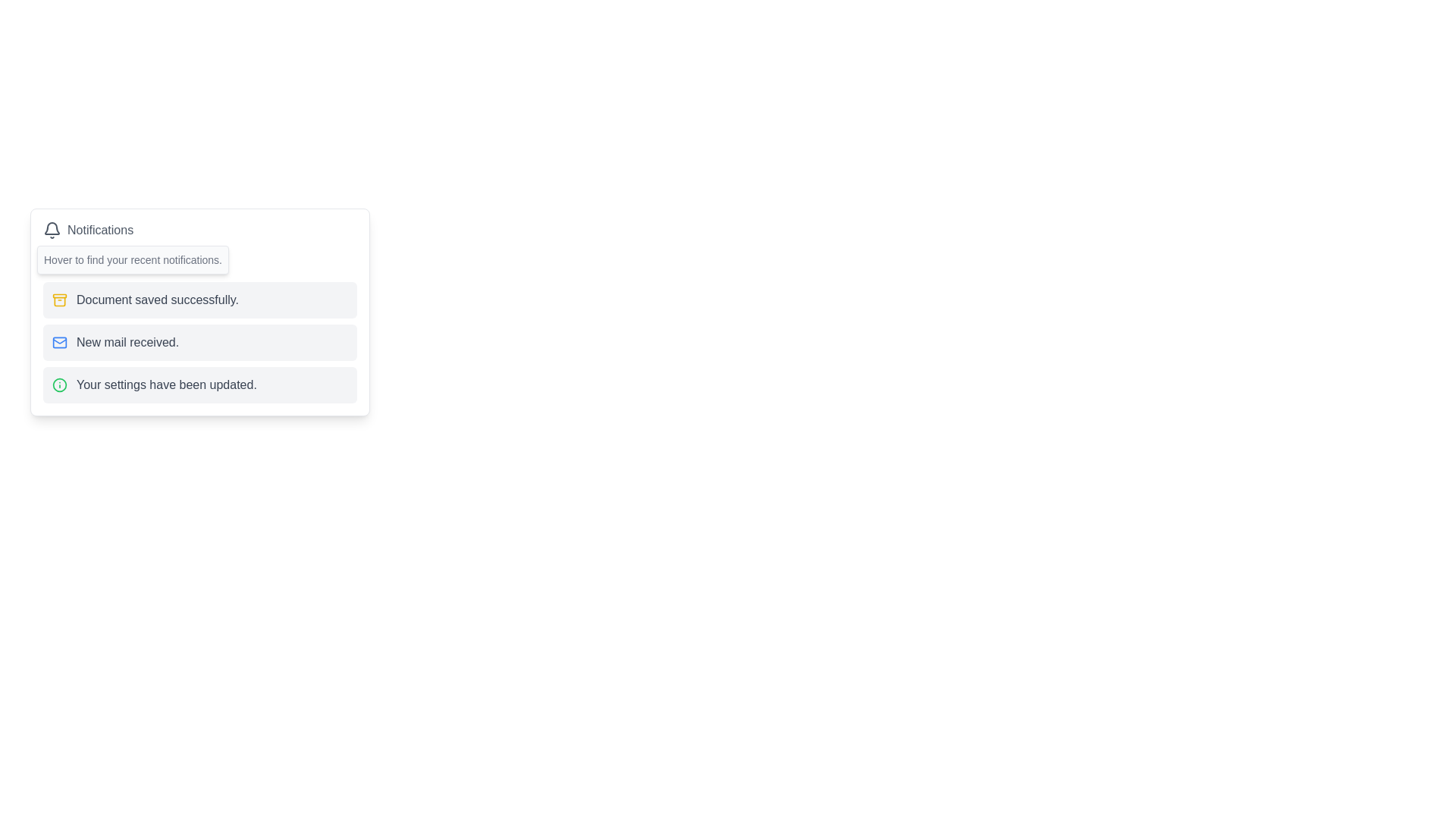 This screenshot has width=1456, height=819. Describe the element at coordinates (59, 300) in the screenshot. I see `the small yellow archive box icon located to the left of the text 'Document saved successfully.'` at that location.